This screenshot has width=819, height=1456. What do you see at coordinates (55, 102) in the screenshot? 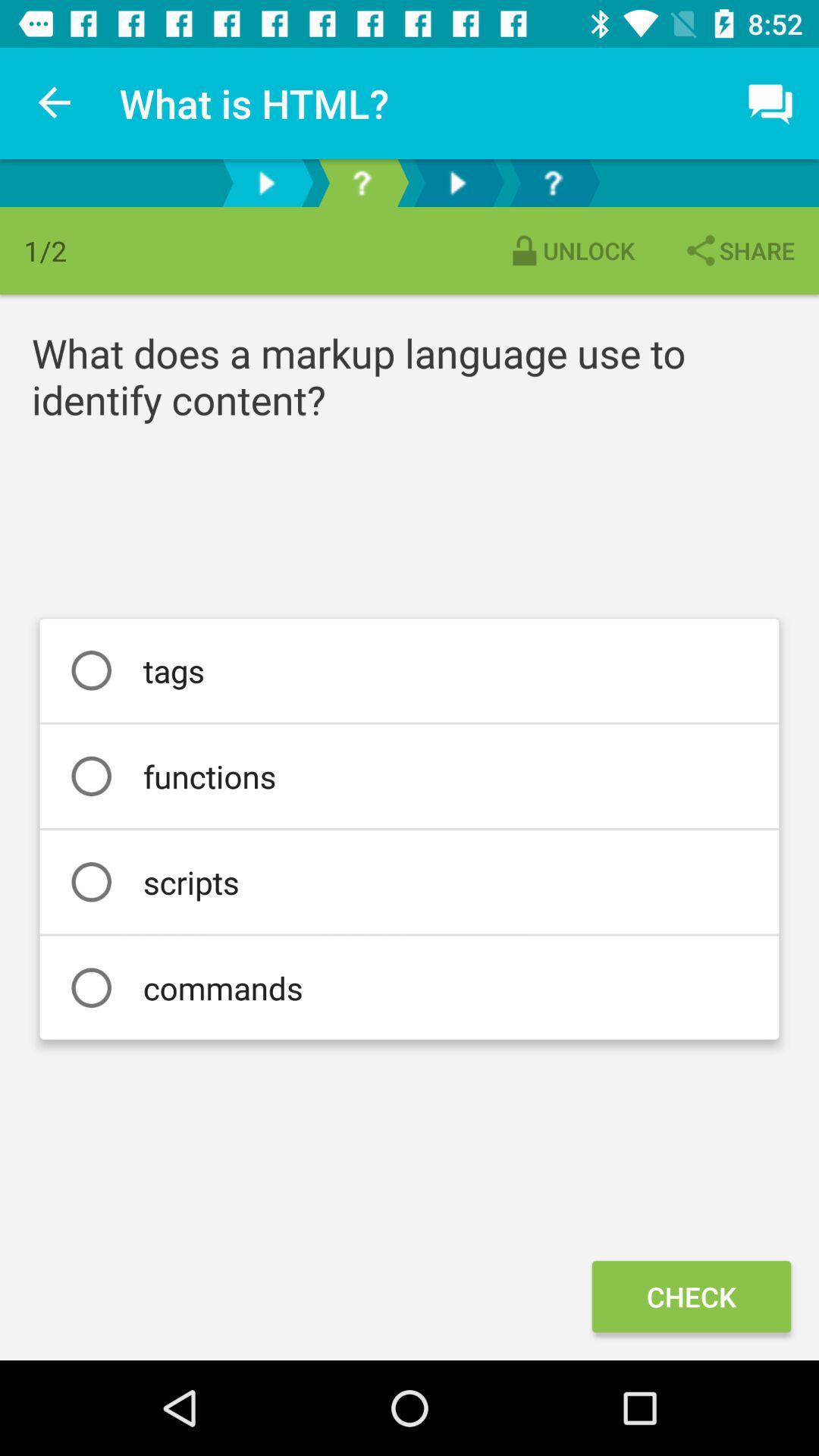
I see `the item next to the what is html? item` at bounding box center [55, 102].